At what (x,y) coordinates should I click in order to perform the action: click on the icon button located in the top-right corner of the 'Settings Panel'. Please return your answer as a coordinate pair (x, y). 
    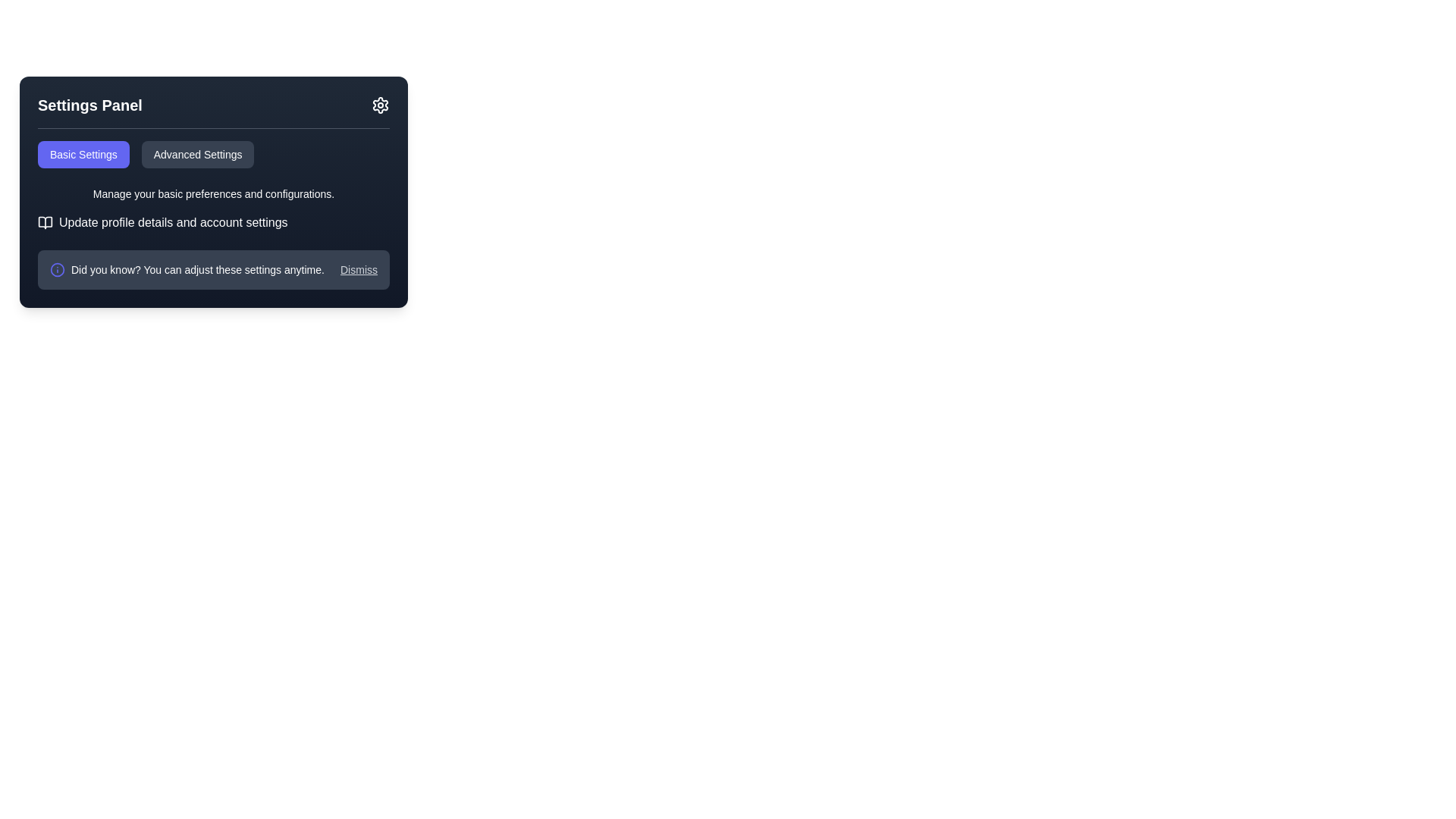
    Looking at the image, I should click on (381, 104).